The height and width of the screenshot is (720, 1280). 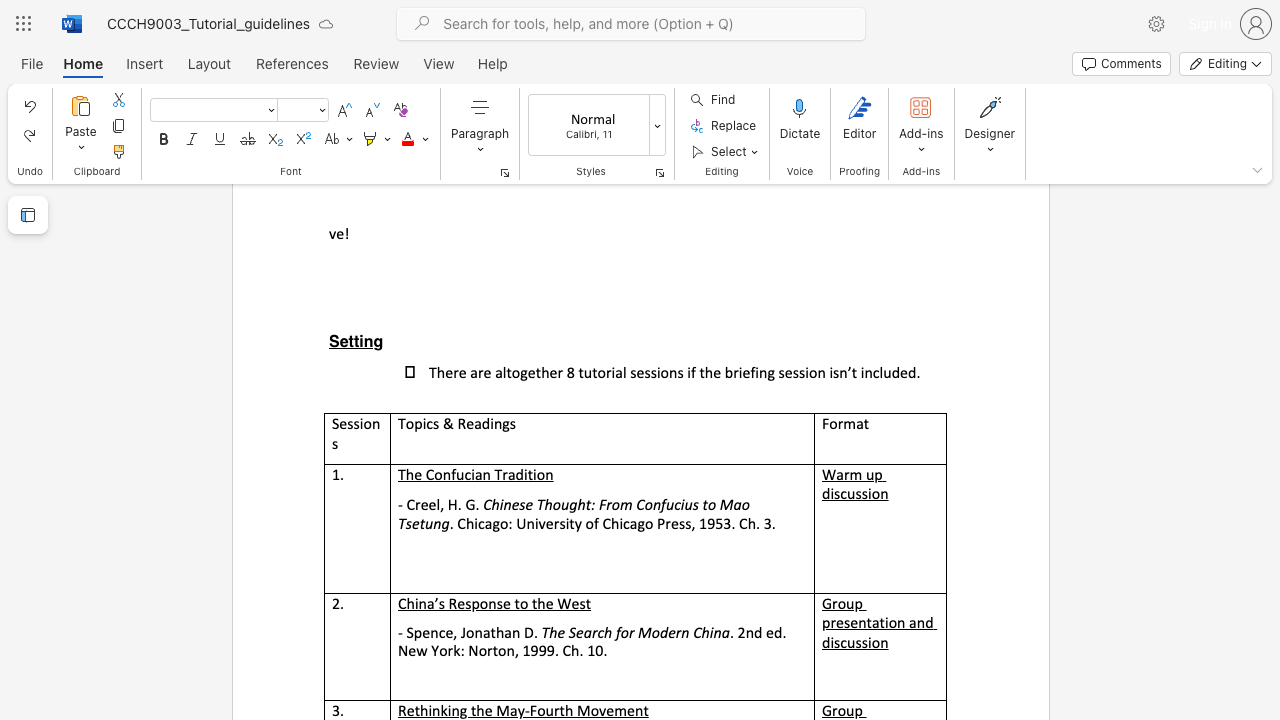 What do you see at coordinates (411, 522) in the screenshot?
I see `the subset text "et" within the text "Chinese Thought: From Confucius to Mao Tsetung"` at bounding box center [411, 522].